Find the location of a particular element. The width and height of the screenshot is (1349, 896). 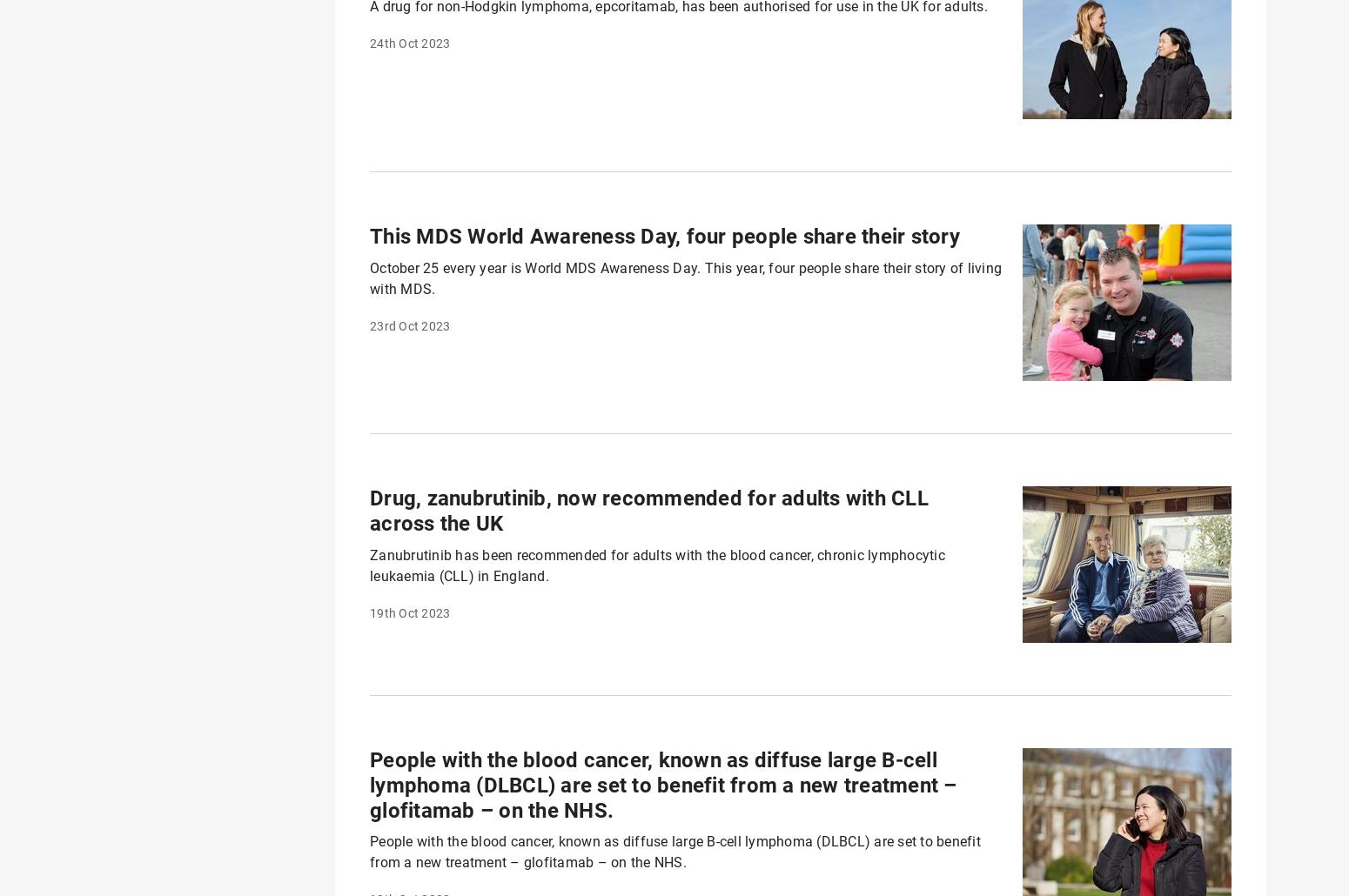

'Cookies' is located at coordinates (358, 855).